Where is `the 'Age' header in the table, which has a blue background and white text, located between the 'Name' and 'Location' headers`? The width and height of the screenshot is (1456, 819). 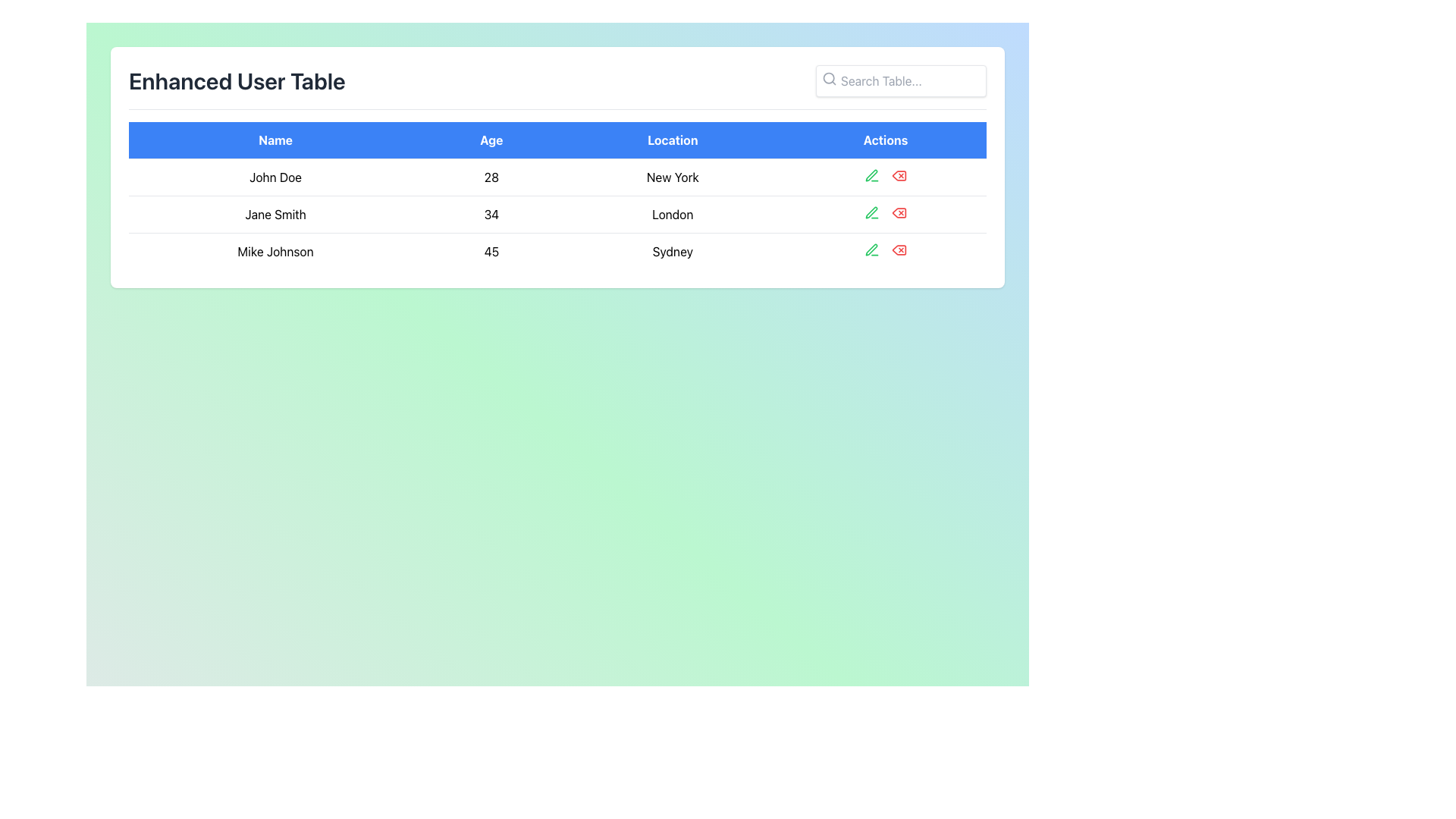 the 'Age' header in the table, which has a blue background and white text, located between the 'Name' and 'Location' headers is located at coordinates (491, 140).